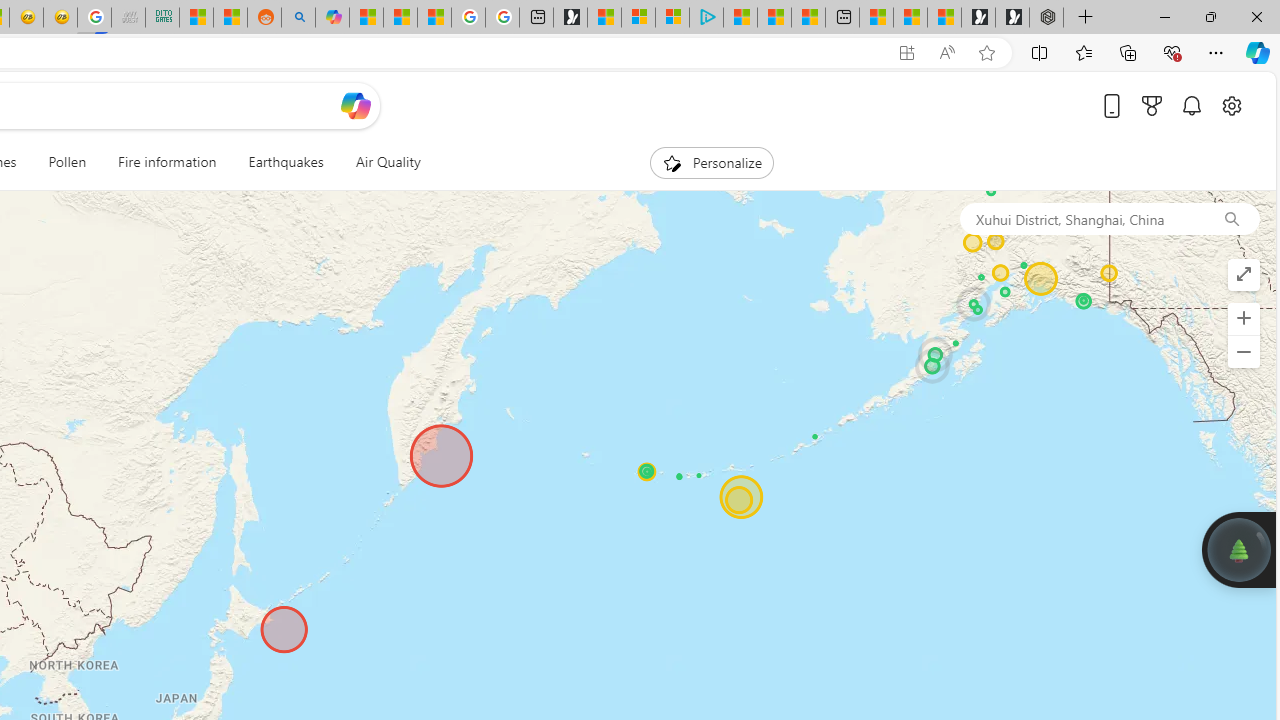  What do you see at coordinates (1215, 51) in the screenshot?
I see `'Settings and more (Alt+F)'` at bounding box center [1215, 51].